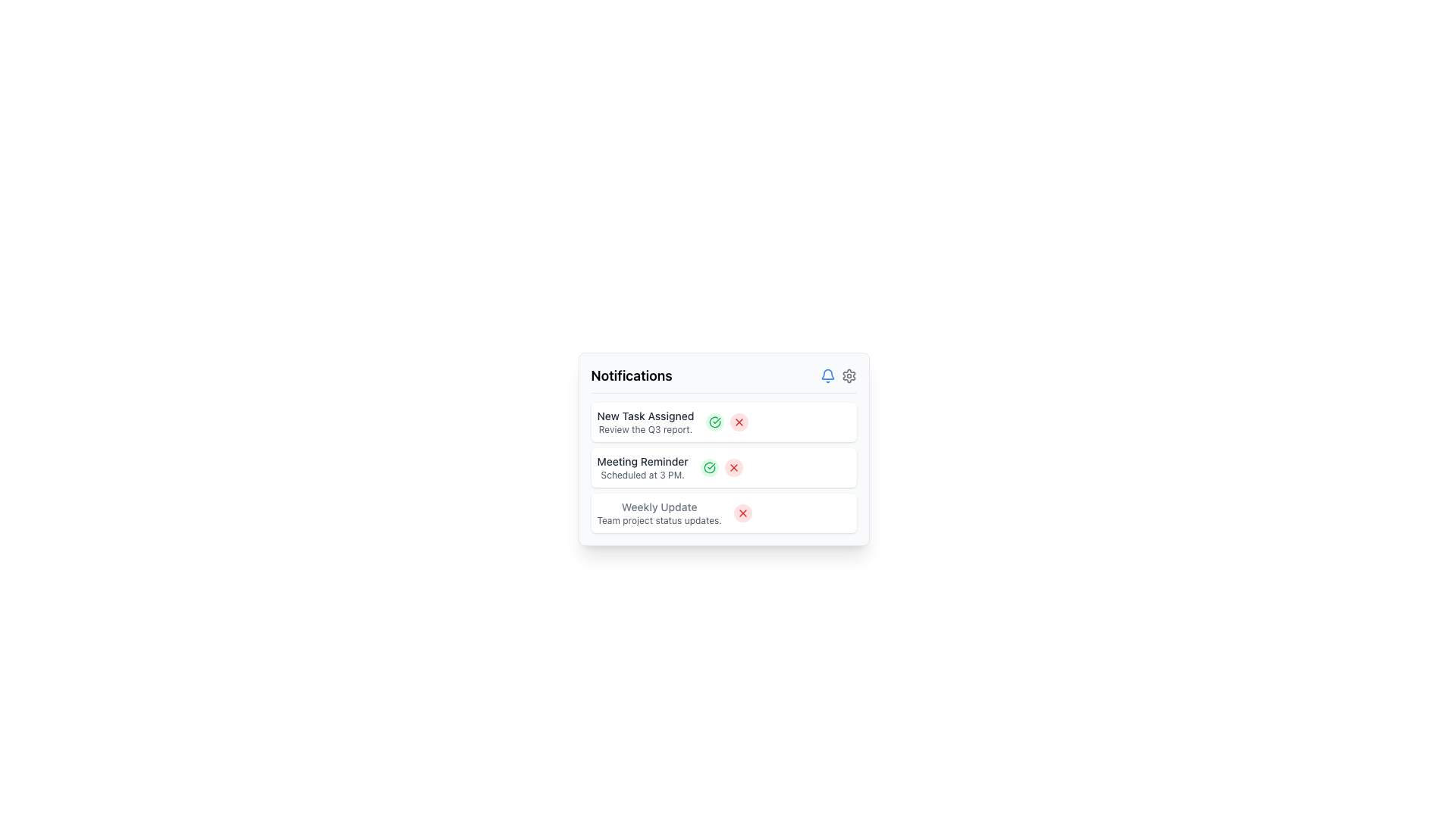  What do you see at coordinates (827, 375) in the screenshot?
I see `the notification bell icon, which is located on the left side of a group of icons` at bounding box center [827, 375].